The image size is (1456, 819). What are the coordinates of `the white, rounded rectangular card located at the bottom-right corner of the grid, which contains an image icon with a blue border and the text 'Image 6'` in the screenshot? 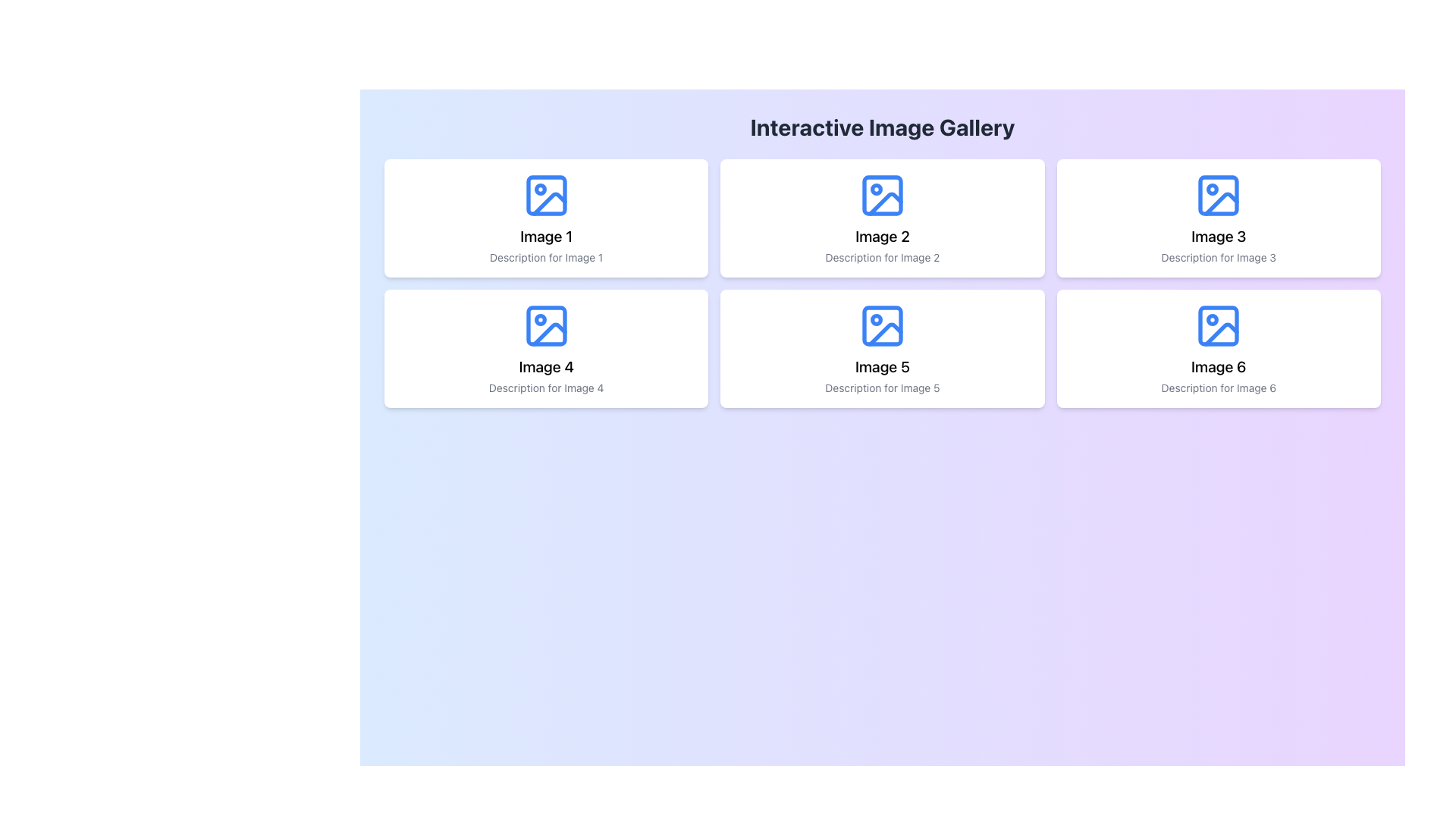 It's located at (1219, 348).